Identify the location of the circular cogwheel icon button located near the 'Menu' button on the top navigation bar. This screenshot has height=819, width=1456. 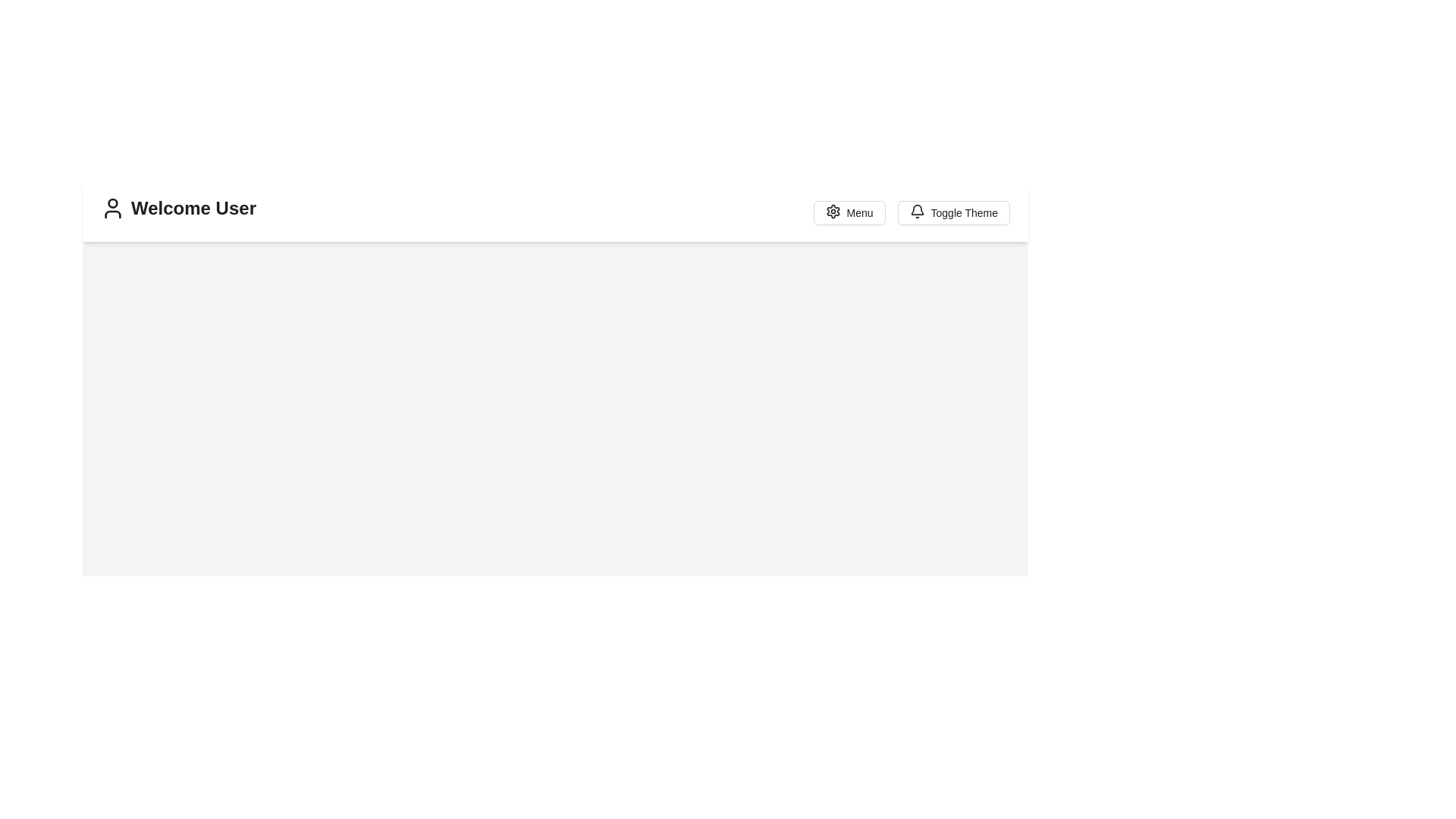
(832, 211).